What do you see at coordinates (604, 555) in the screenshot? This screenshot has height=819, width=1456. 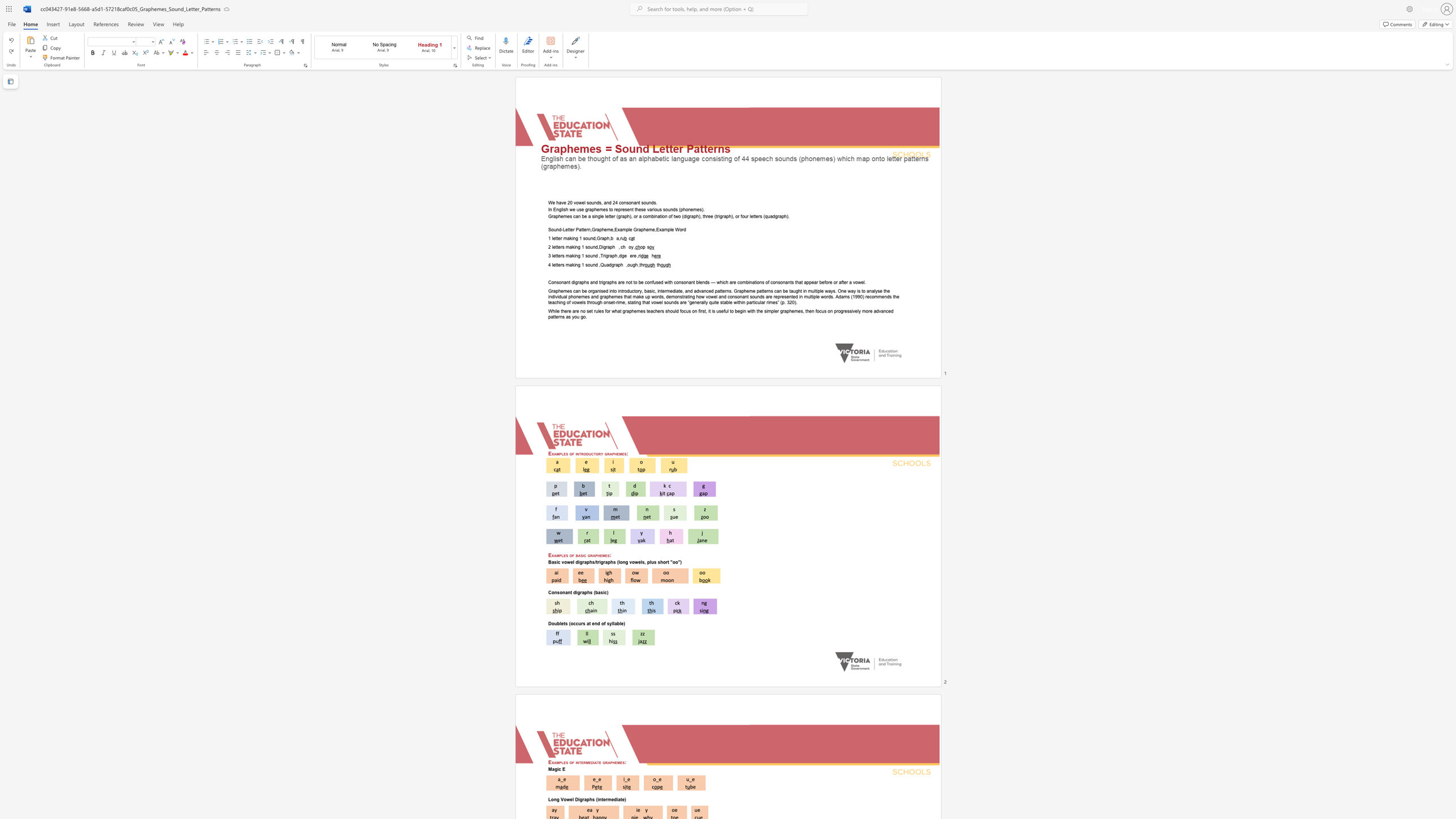 I see `the space between the continuous character "m" and "e" in the text` at bounding box center [604, 555].